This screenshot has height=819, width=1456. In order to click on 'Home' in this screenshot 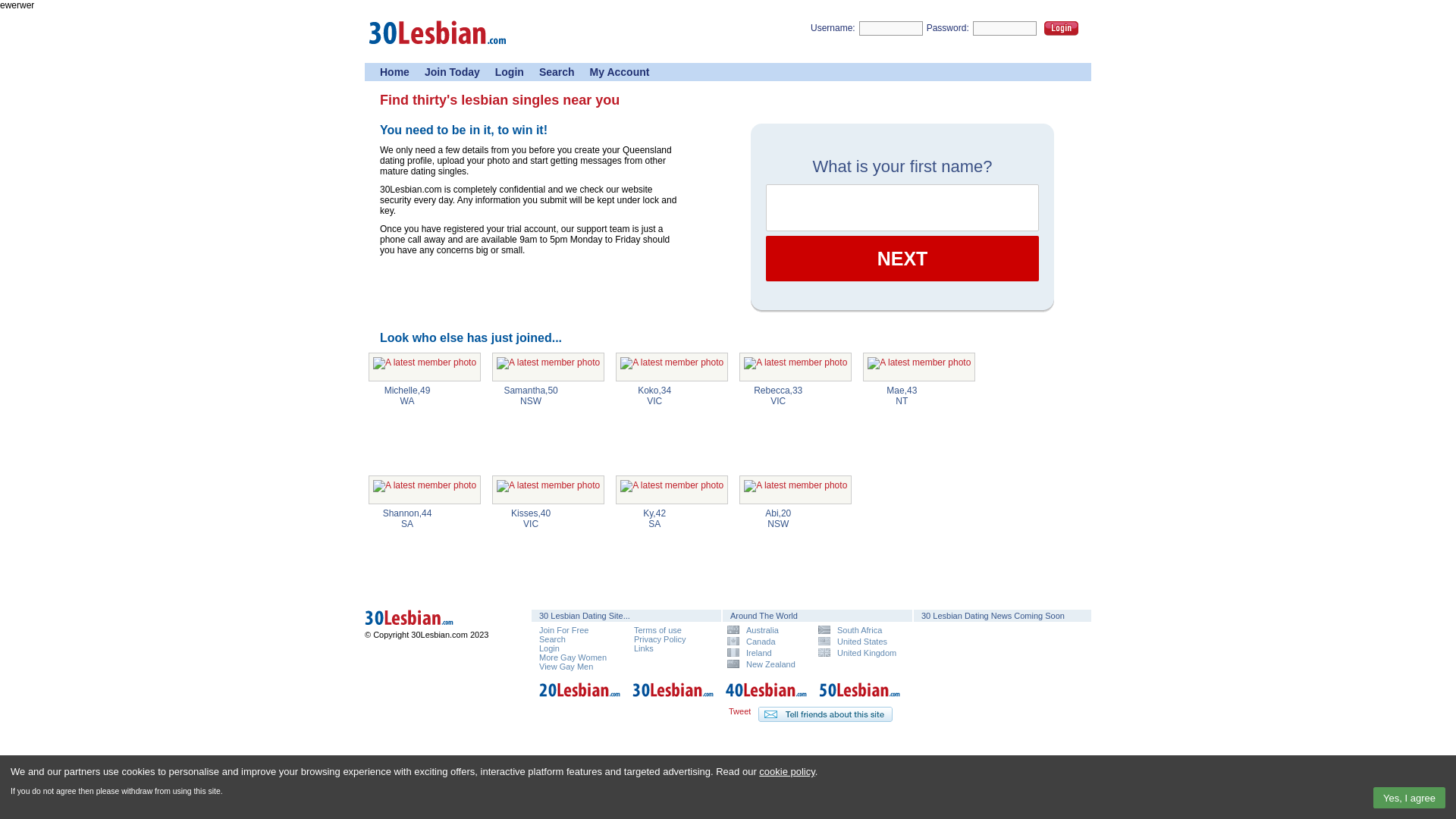, I will do `click(394, 72)`.